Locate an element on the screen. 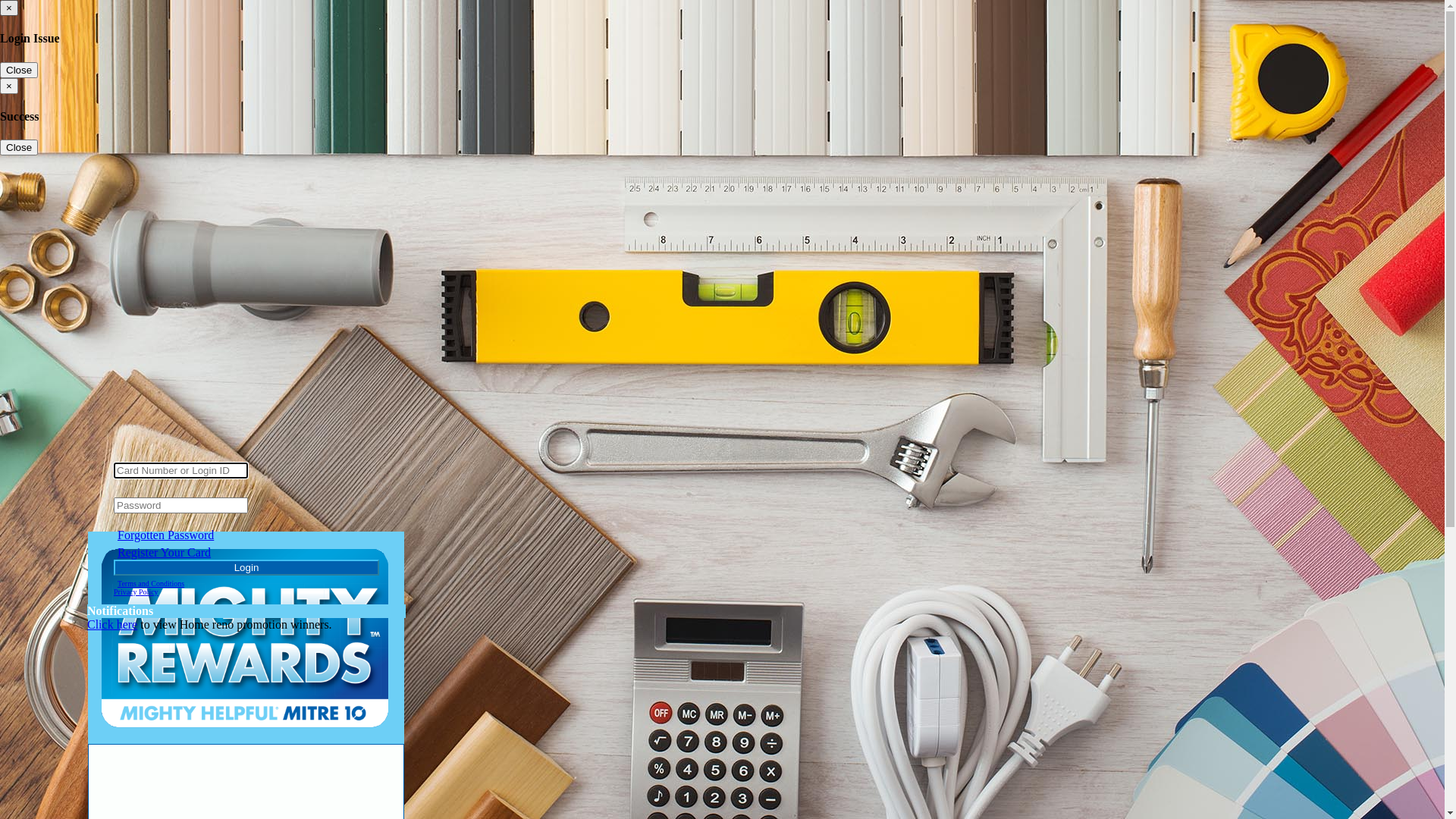 The width and height of the screenshot is (1456, 819). 'Privacy Policy' is located at coordinates (136, 591).